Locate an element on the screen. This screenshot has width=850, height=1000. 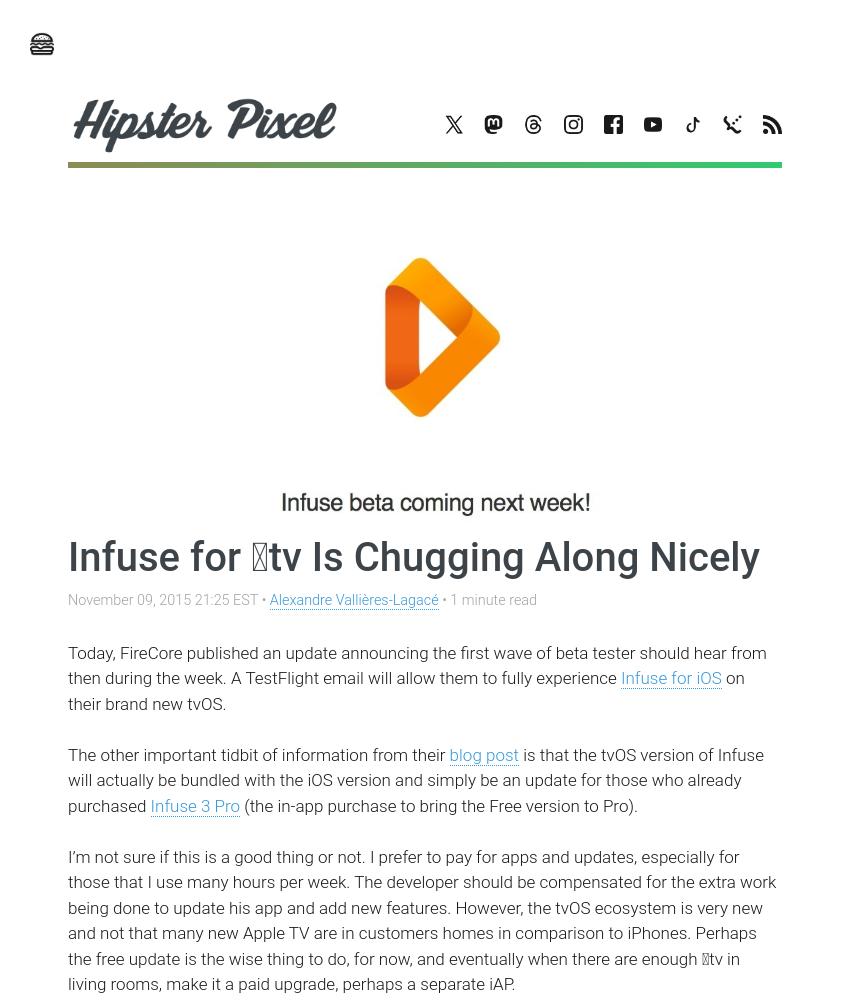
'November 09, 2015 21:25 EST •' is located at coordinates (168, 599).